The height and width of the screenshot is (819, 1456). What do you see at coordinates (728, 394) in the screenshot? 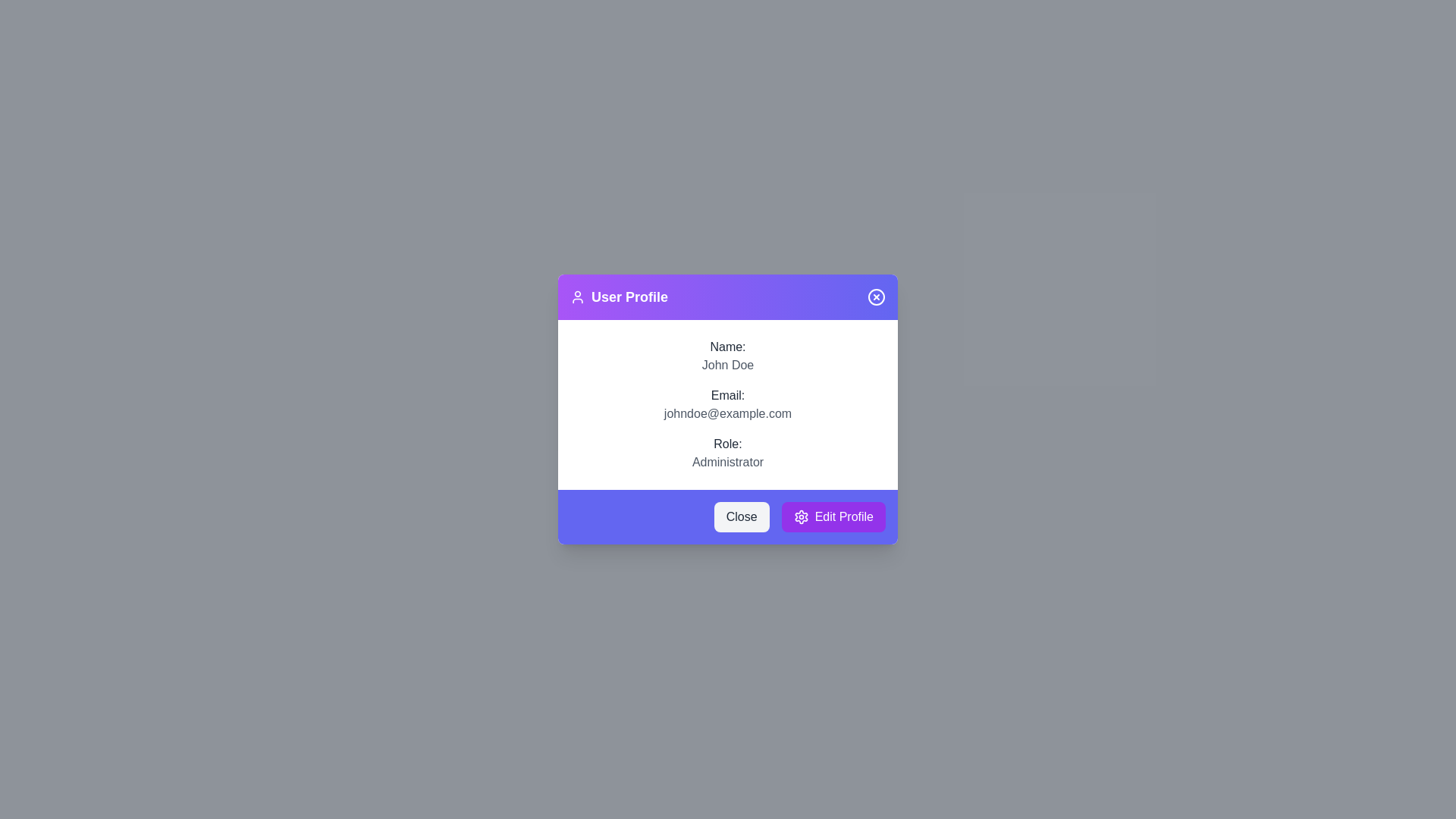
I see `'Email:' label, which is a medium, bold text in grayish-black color located in the profile card, beneath the 'Name:' label and above the email address 'johndoe@example.com'` at bounding box center [728, 394].